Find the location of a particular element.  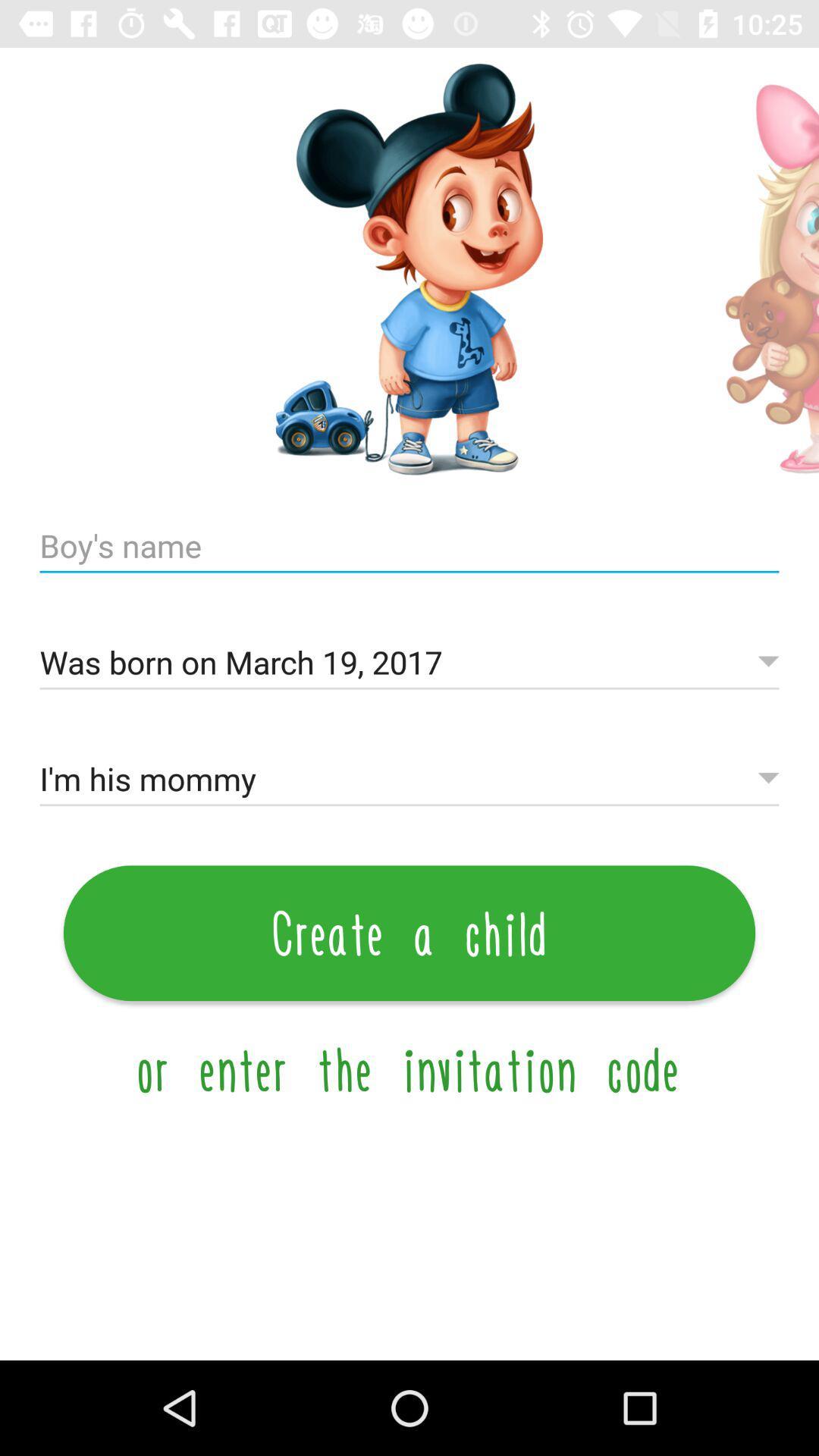

child 's name is located at coordinates (409, 546).